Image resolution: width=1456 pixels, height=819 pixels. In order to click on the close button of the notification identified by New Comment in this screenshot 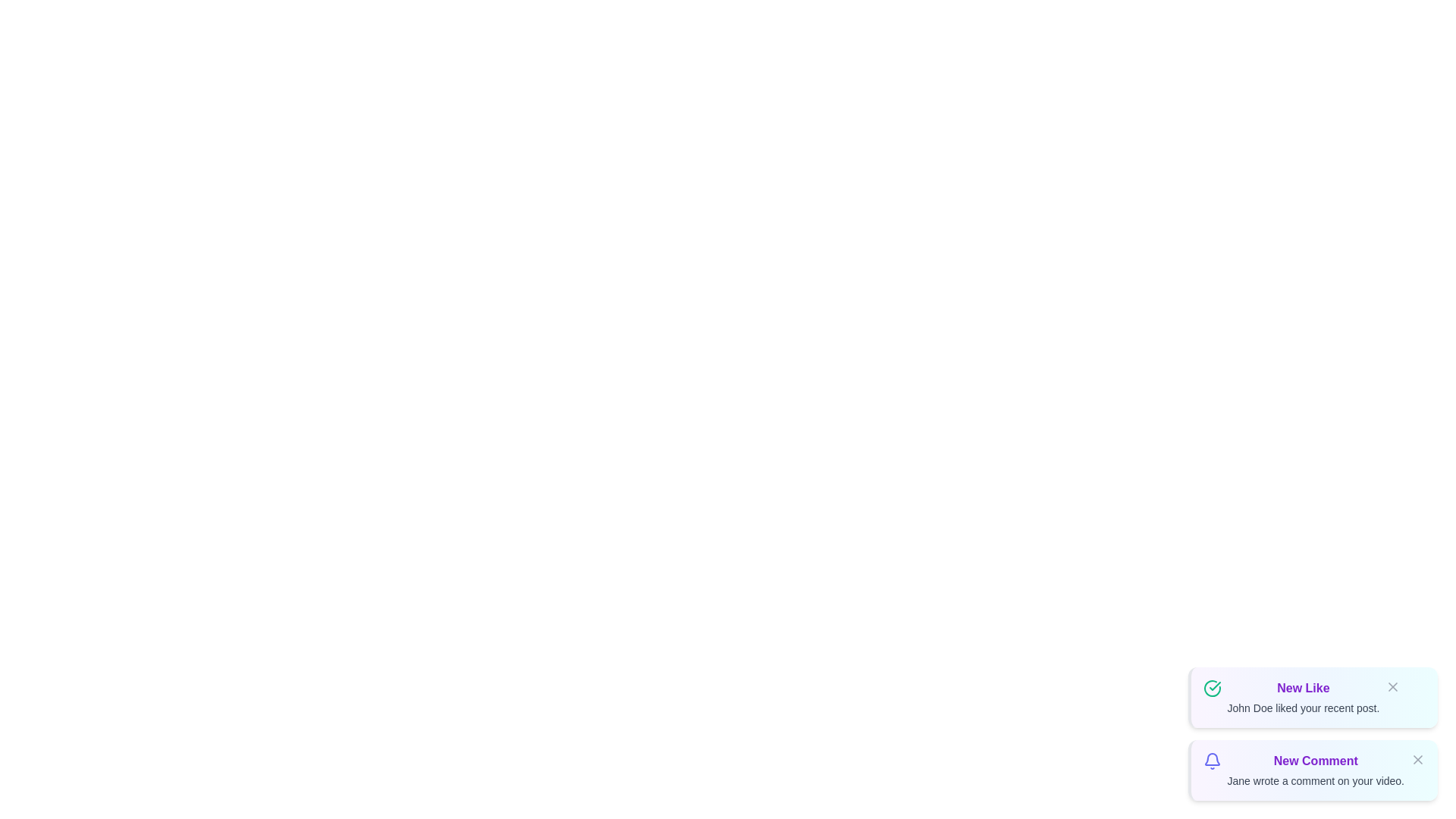, I will do `click(1417, 760)`.